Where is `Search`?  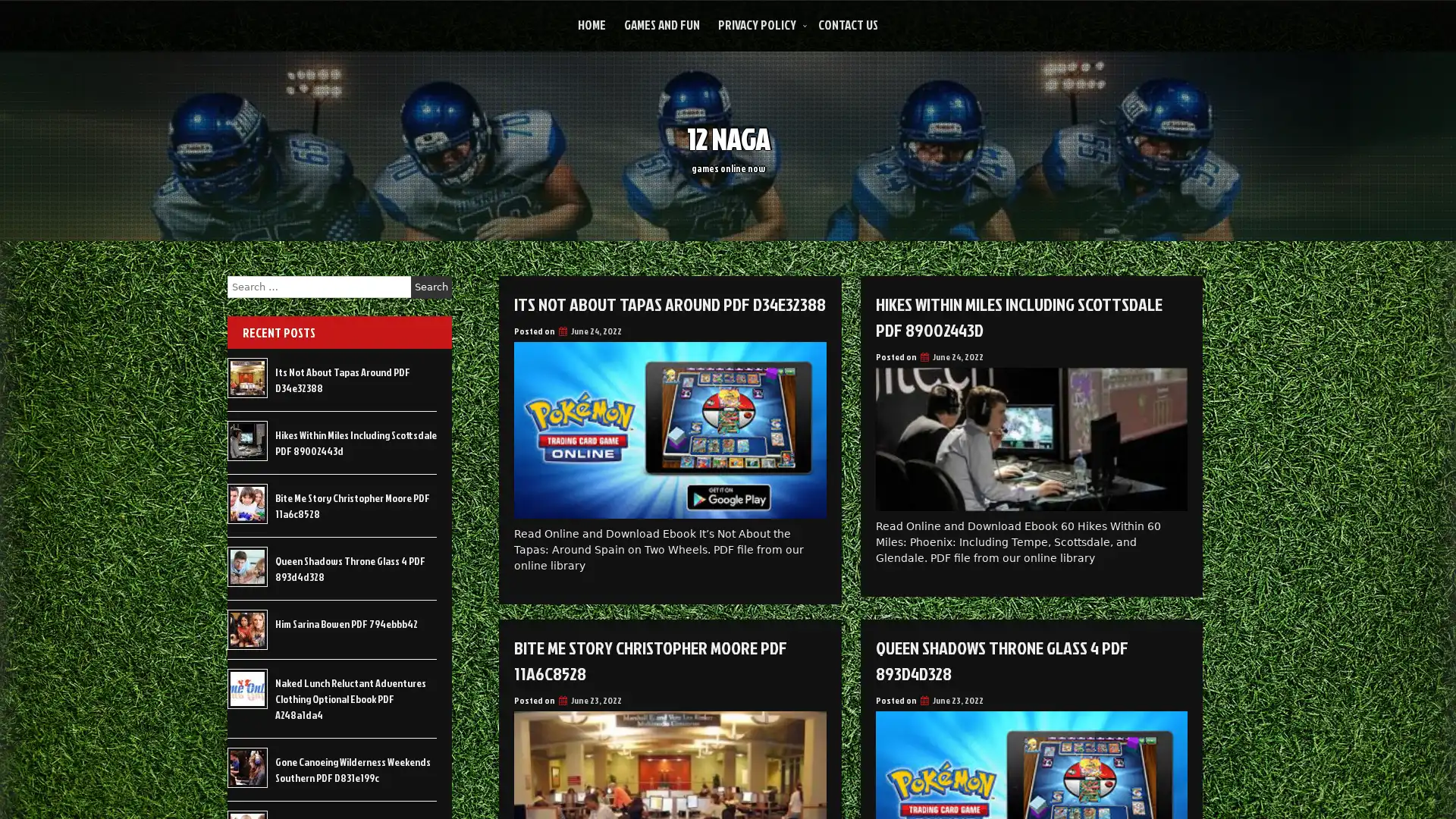 Search is located at coordinates (431, 287).